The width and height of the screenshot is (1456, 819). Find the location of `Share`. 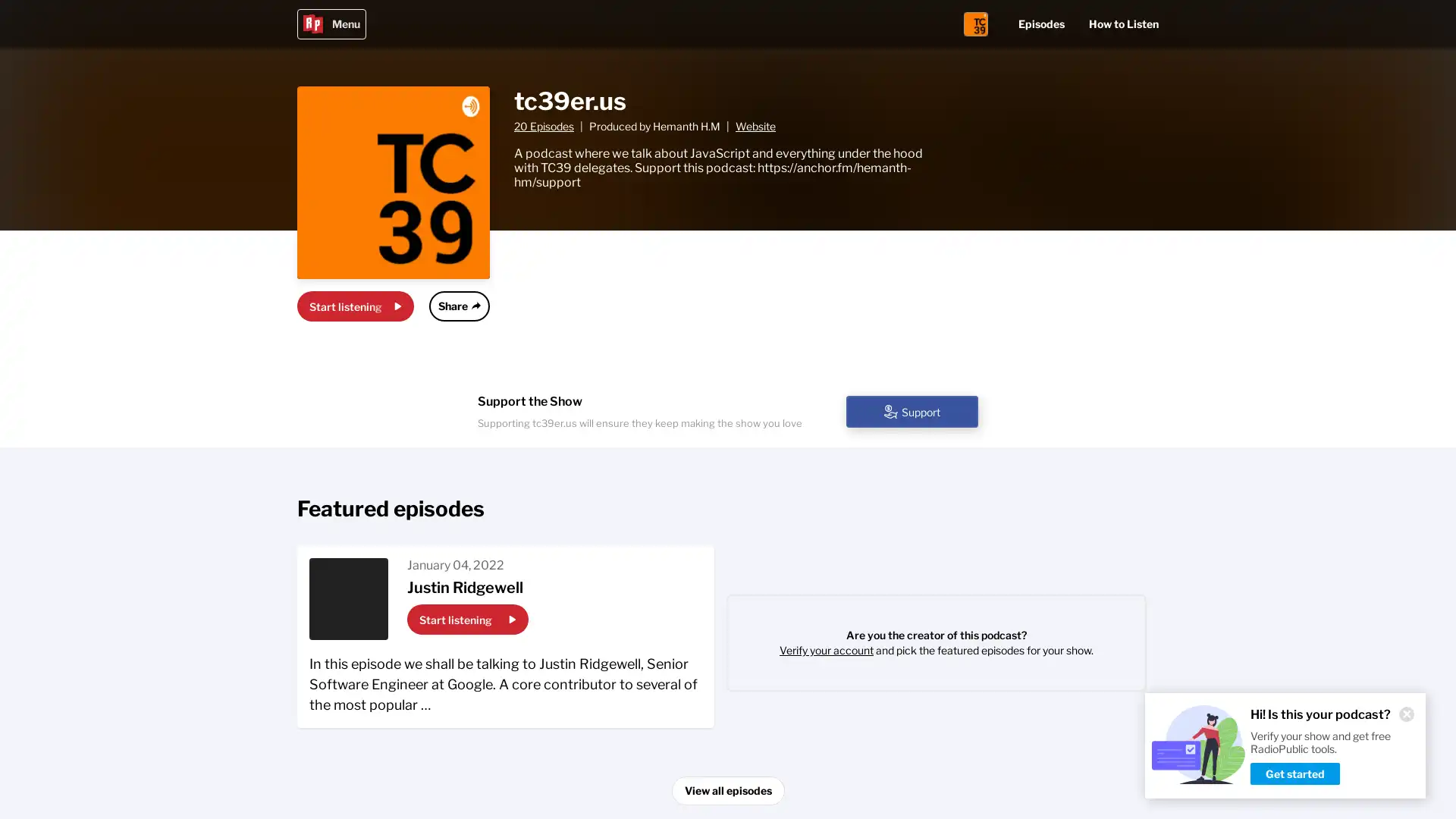

Share is located at coordinates (458, 306).